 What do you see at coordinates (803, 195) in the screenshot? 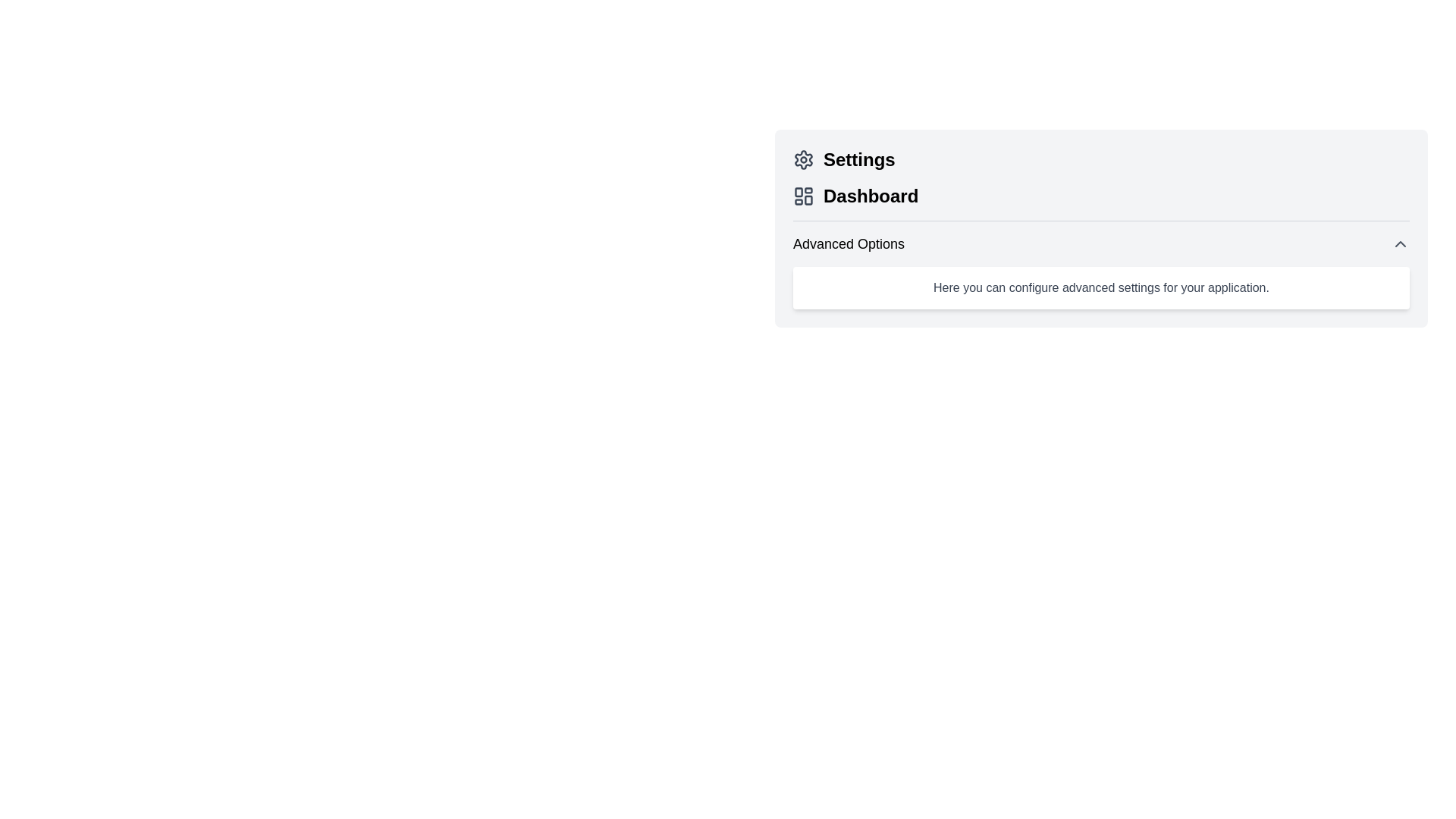
I see `the dashboard icon, which is a simplified design with a 2x2 layout of rectangular sections, located adjacent to the 'Dashboard' label in the sidebar interface` at bounding box center [803, 195].